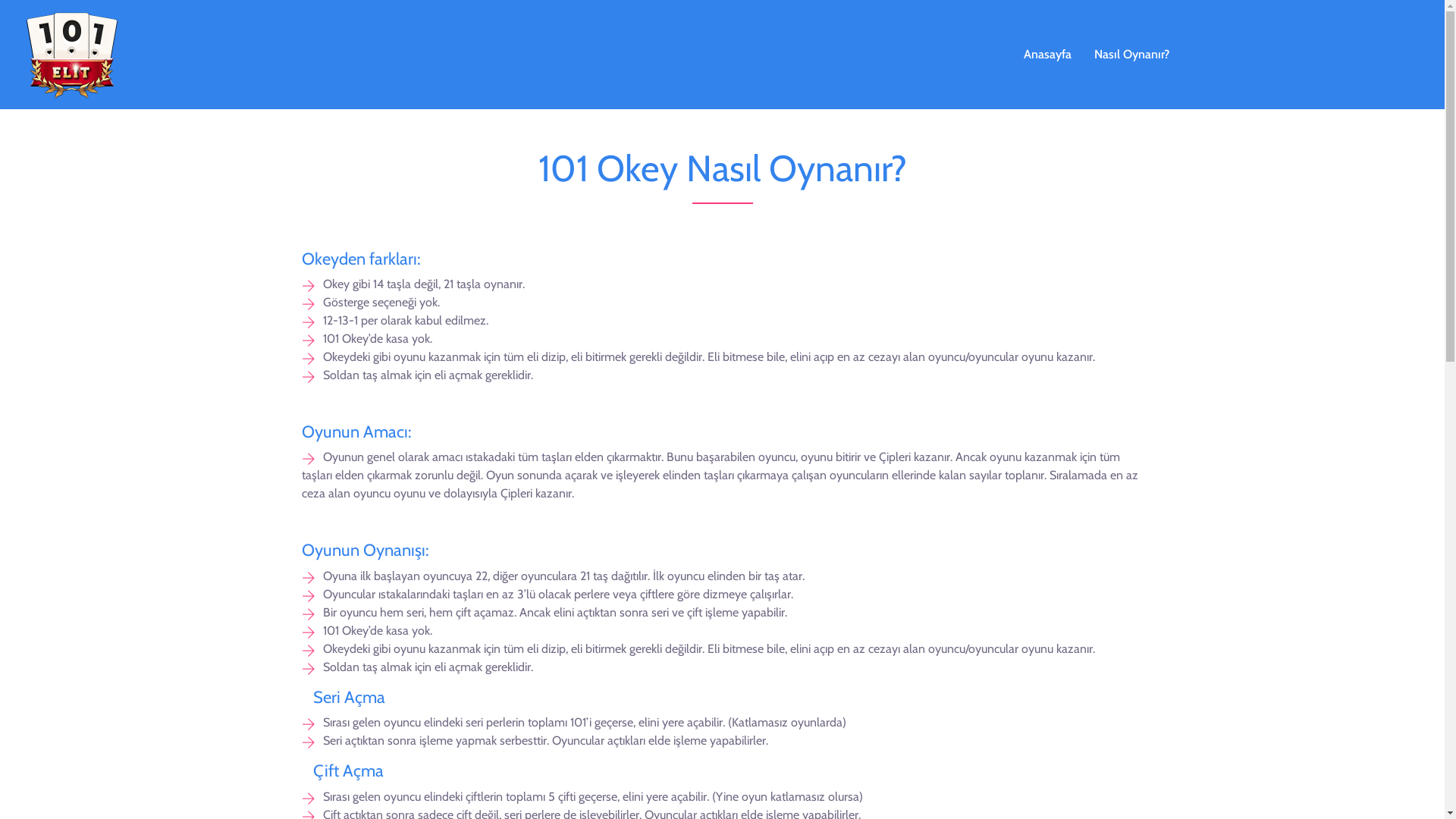  Describe the element at coordinates (1012, 54) in the screenshot. I see `'Anasayfa'` at that location.